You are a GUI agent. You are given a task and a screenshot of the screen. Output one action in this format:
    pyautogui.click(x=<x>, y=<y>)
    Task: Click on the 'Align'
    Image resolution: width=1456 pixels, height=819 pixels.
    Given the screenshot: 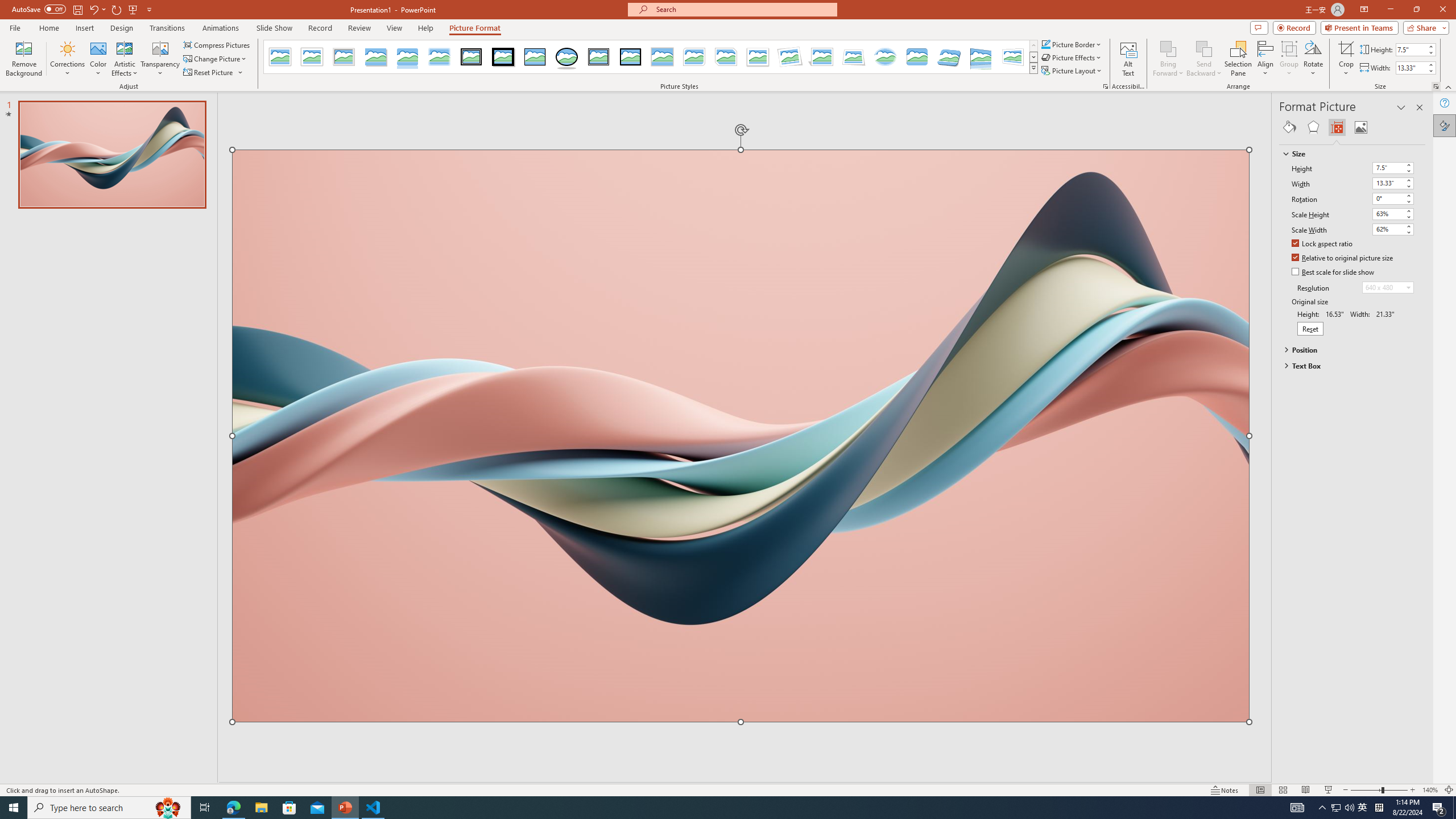 What is the action you would take?
    pyautogui.click(x=1264, y=59)
    